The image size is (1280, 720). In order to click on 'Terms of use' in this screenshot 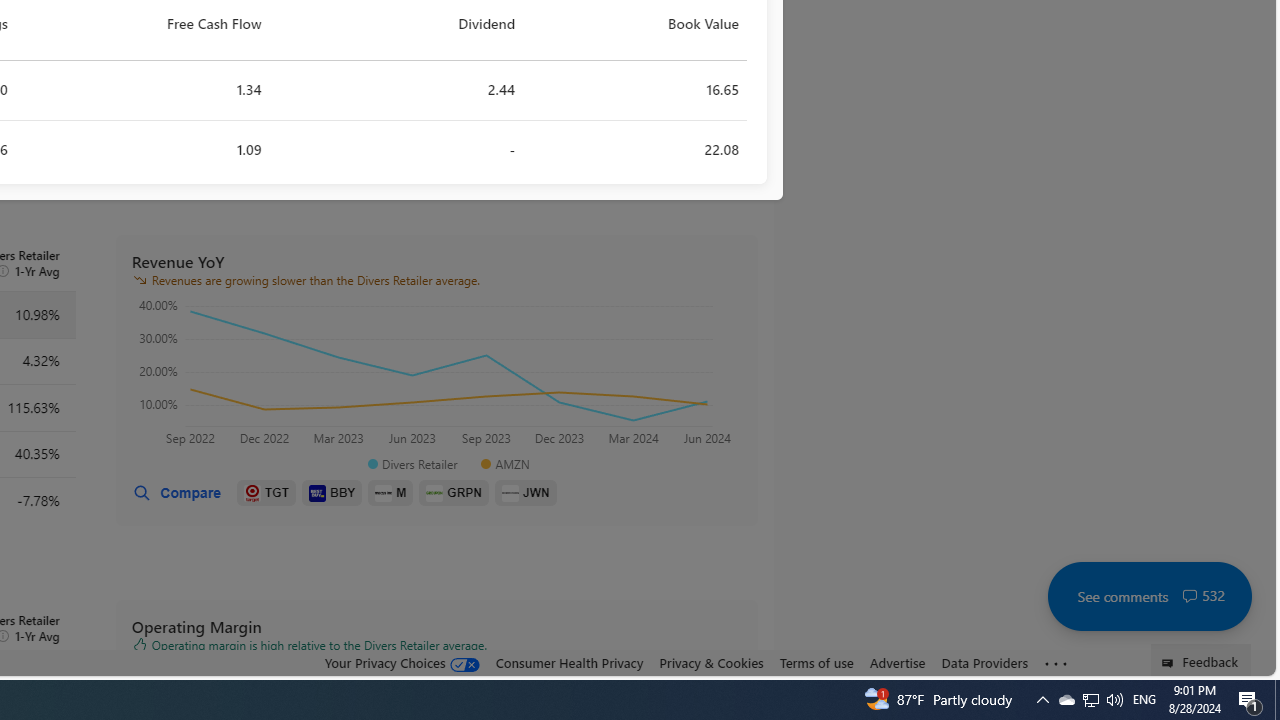, I will do `click(816, 662)`.